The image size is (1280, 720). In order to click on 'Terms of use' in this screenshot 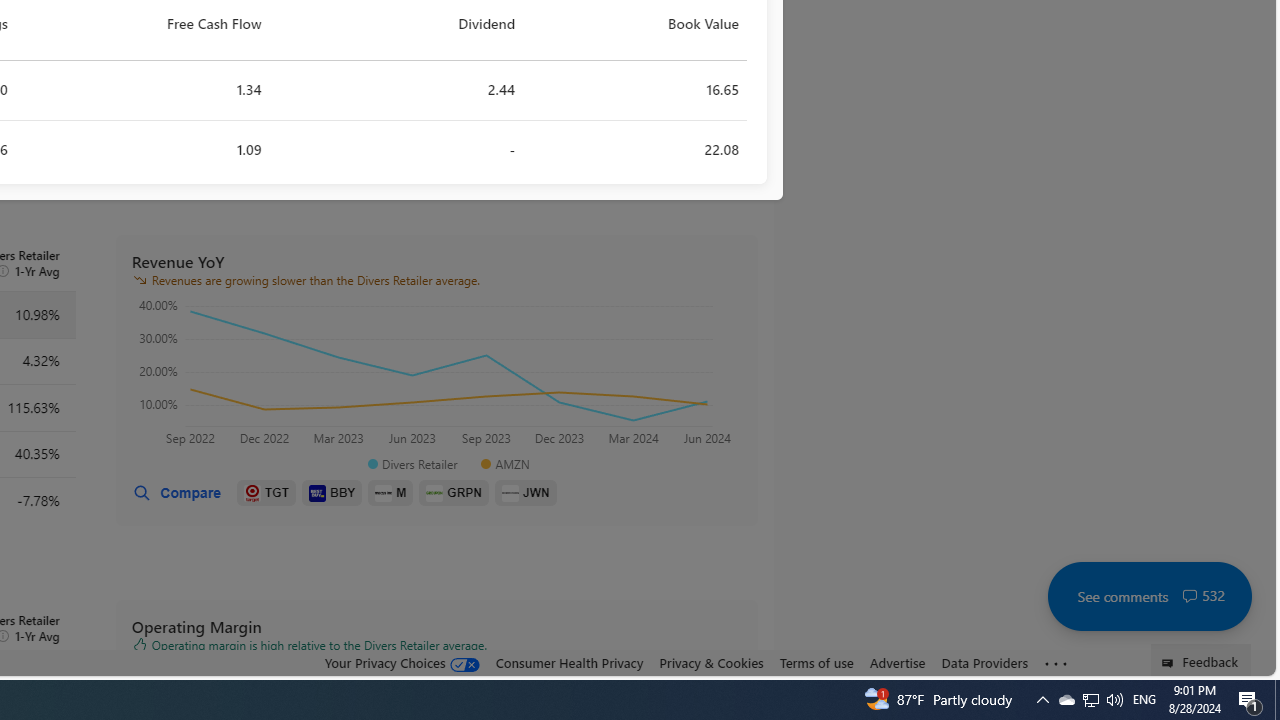, I will do `click(816, 662)`.